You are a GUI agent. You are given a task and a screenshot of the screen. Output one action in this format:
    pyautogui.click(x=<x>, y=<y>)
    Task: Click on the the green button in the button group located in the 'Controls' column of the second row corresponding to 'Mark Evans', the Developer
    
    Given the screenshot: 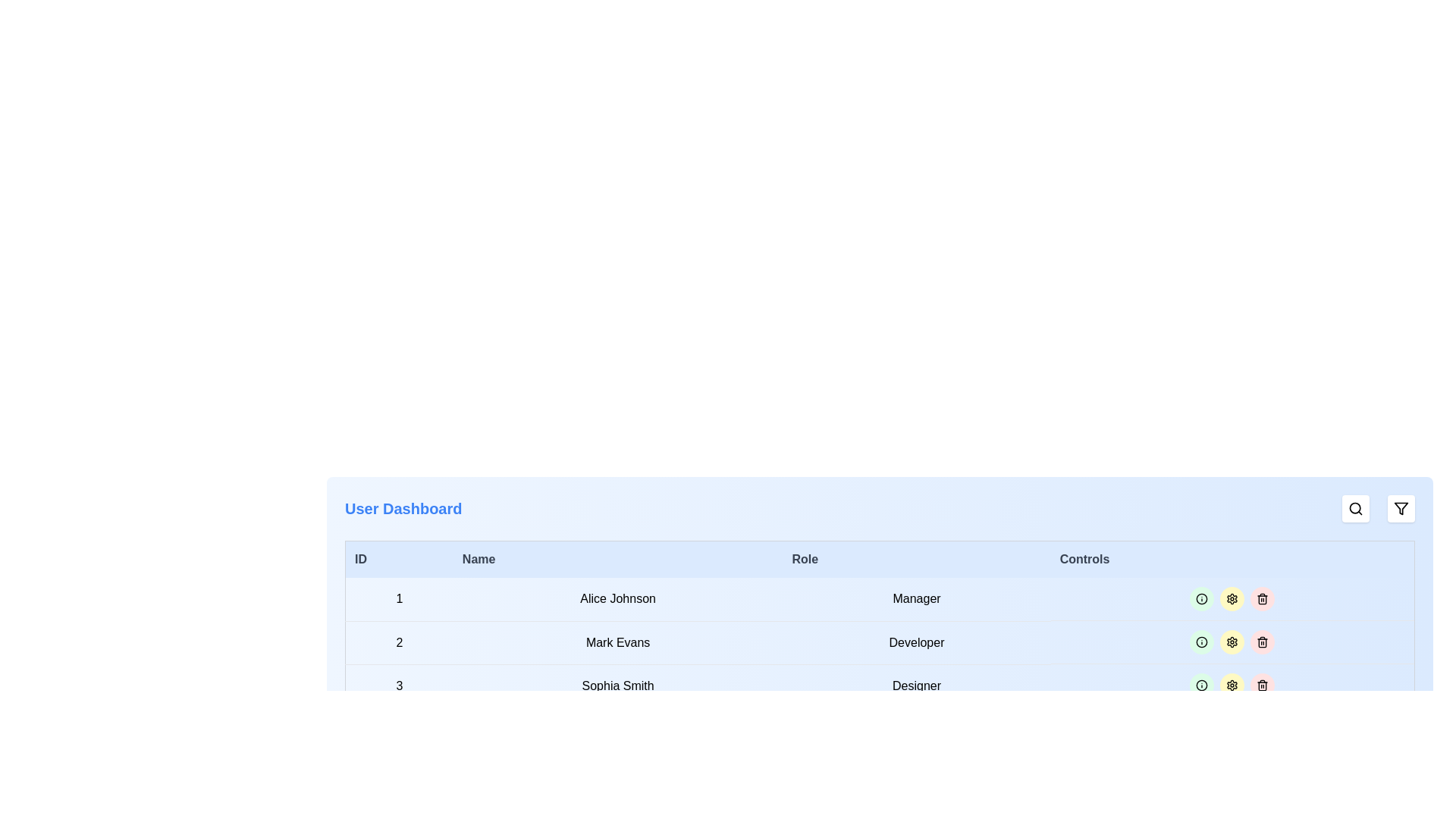 What is the action you would take?
    pyautogui.click(x=1232, y=642)
    